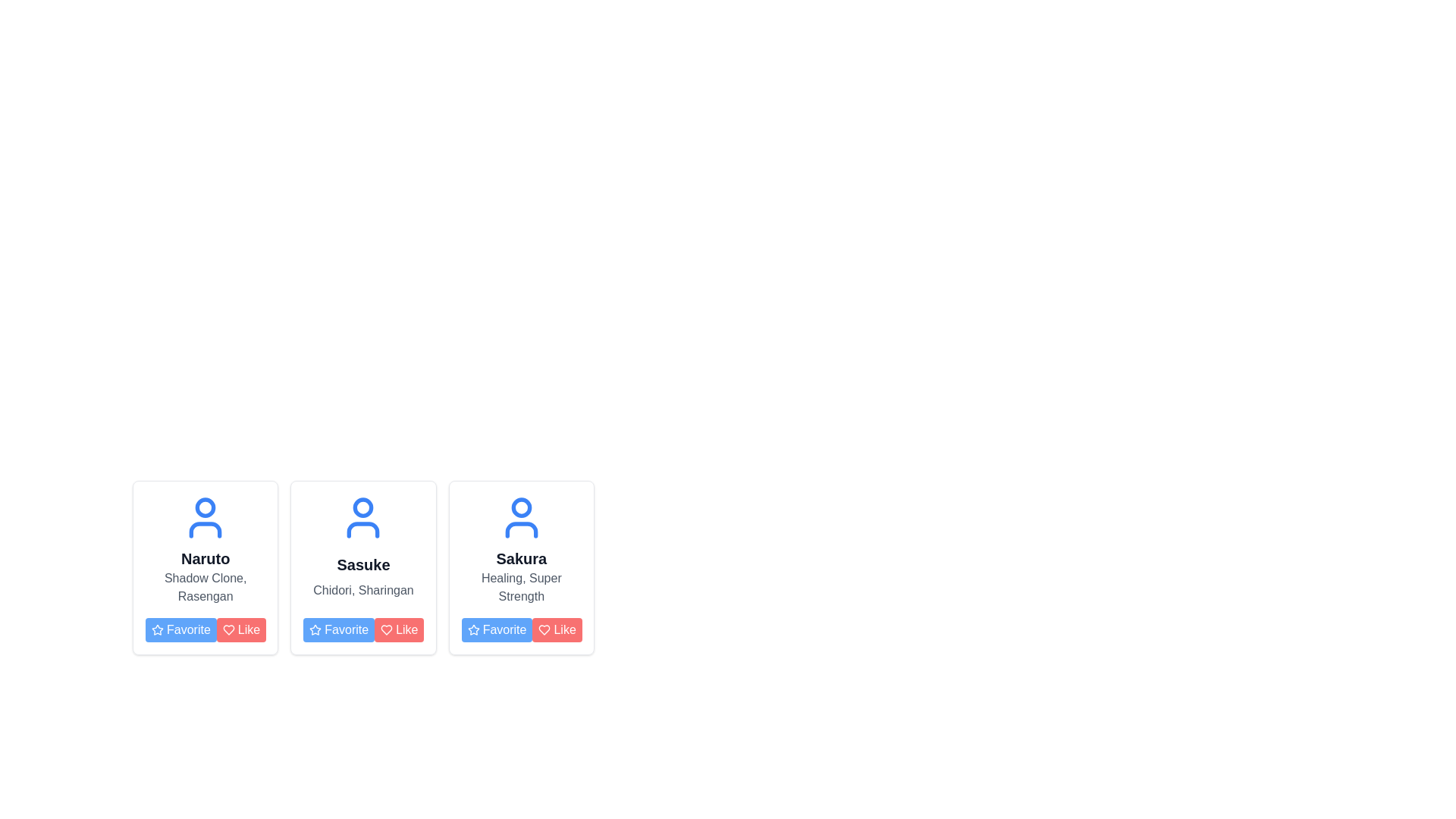 The width and height of the screenshot is (1456, 819). I want to click on the 'Favorite' button located at the bottom of the 'Sakura' card to mark it as favorite, so click(521, 629).